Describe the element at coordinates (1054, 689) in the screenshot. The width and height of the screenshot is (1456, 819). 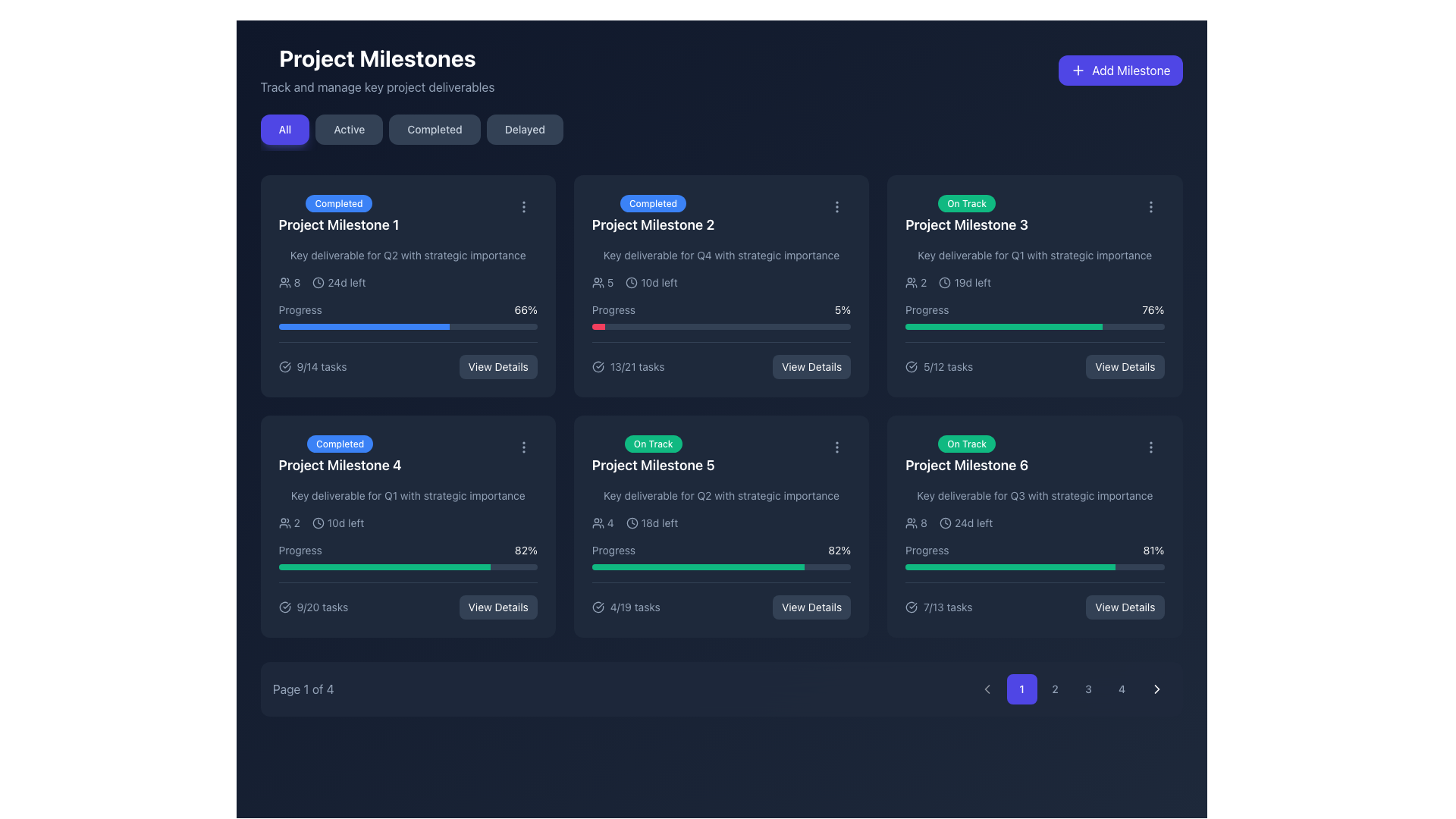
I see `the second page navigation button in the pagination control` at that location.